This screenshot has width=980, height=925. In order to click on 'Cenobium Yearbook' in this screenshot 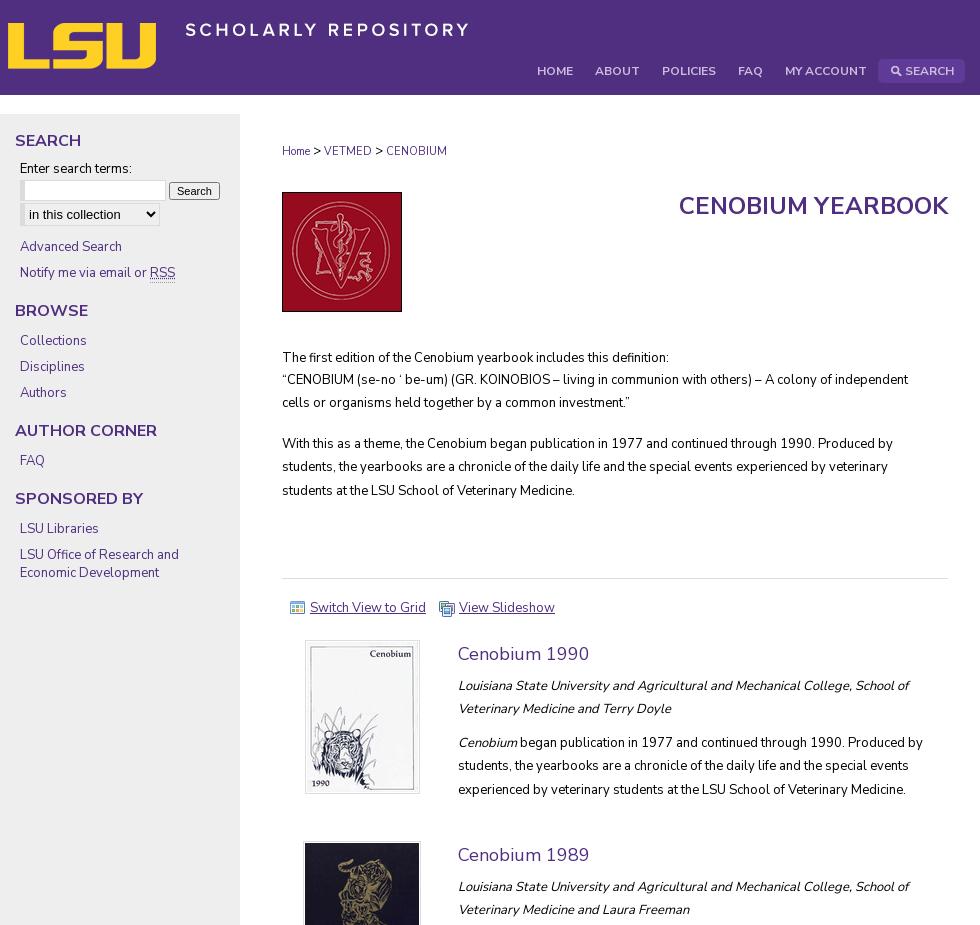, I will do `click(813, 204)`.